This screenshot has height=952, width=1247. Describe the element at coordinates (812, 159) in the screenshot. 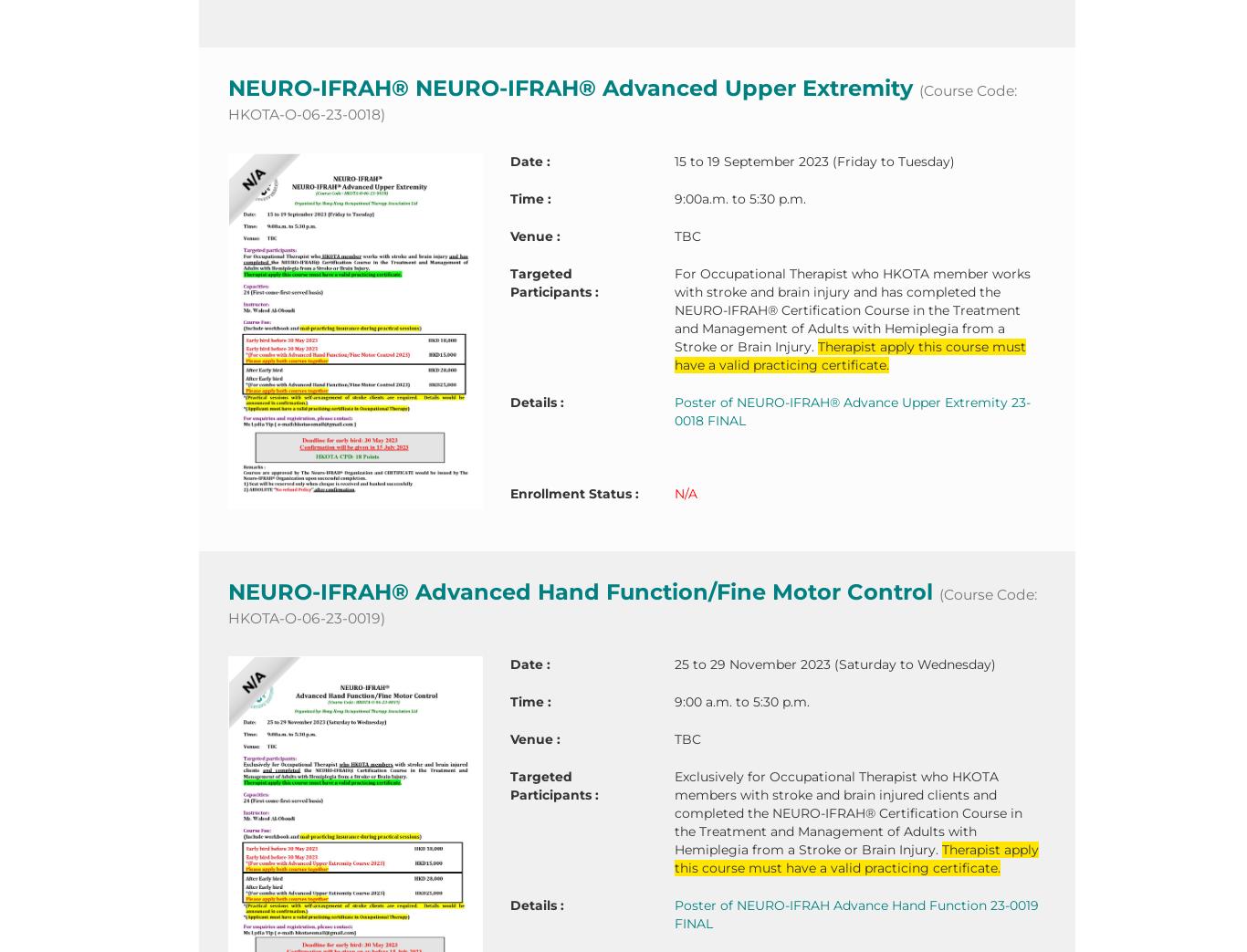

I see `'15 to 19 September 2023 (Friday to Tuesday)'` at that location.